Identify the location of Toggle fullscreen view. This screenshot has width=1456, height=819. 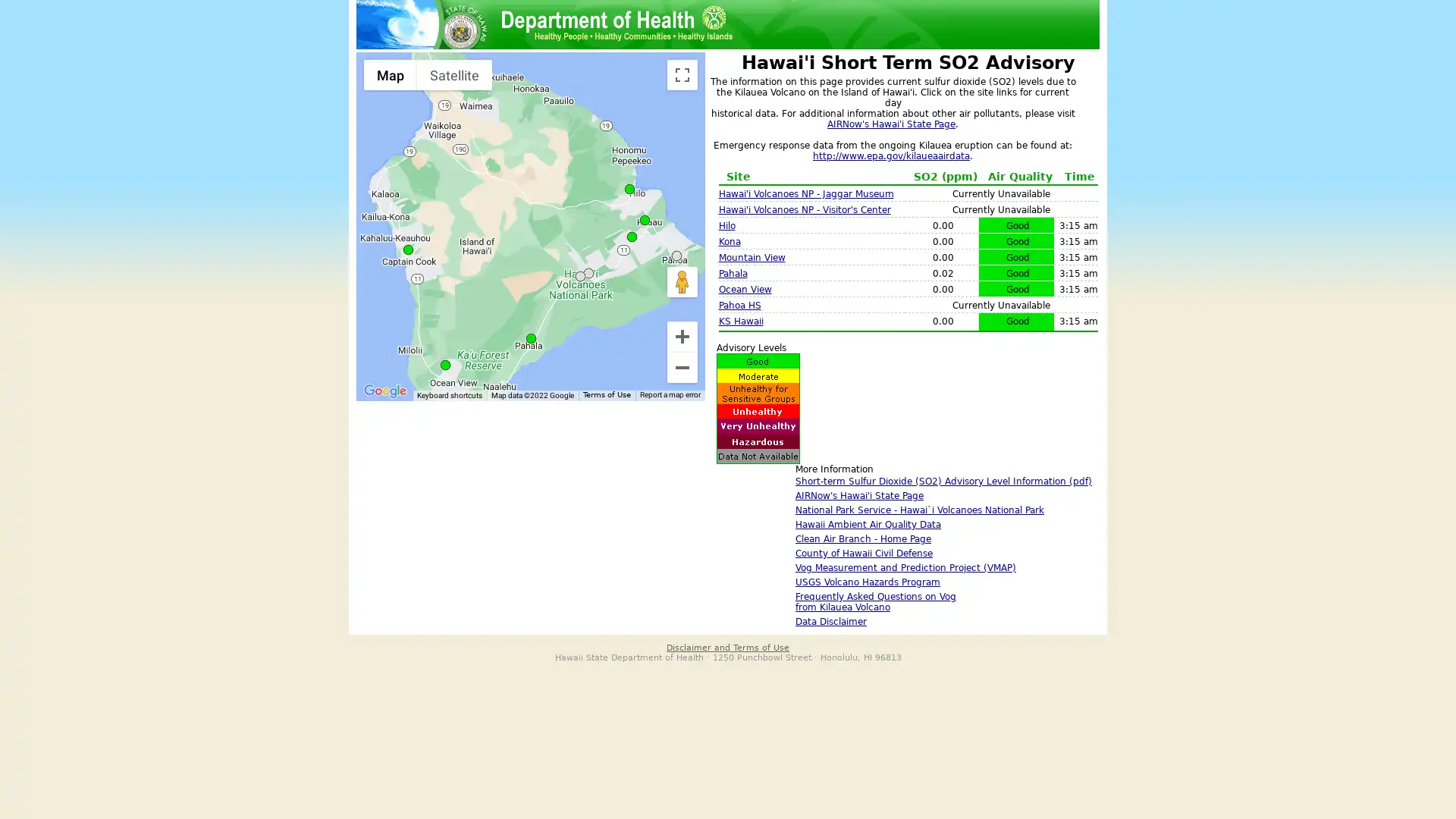
(682, 75).